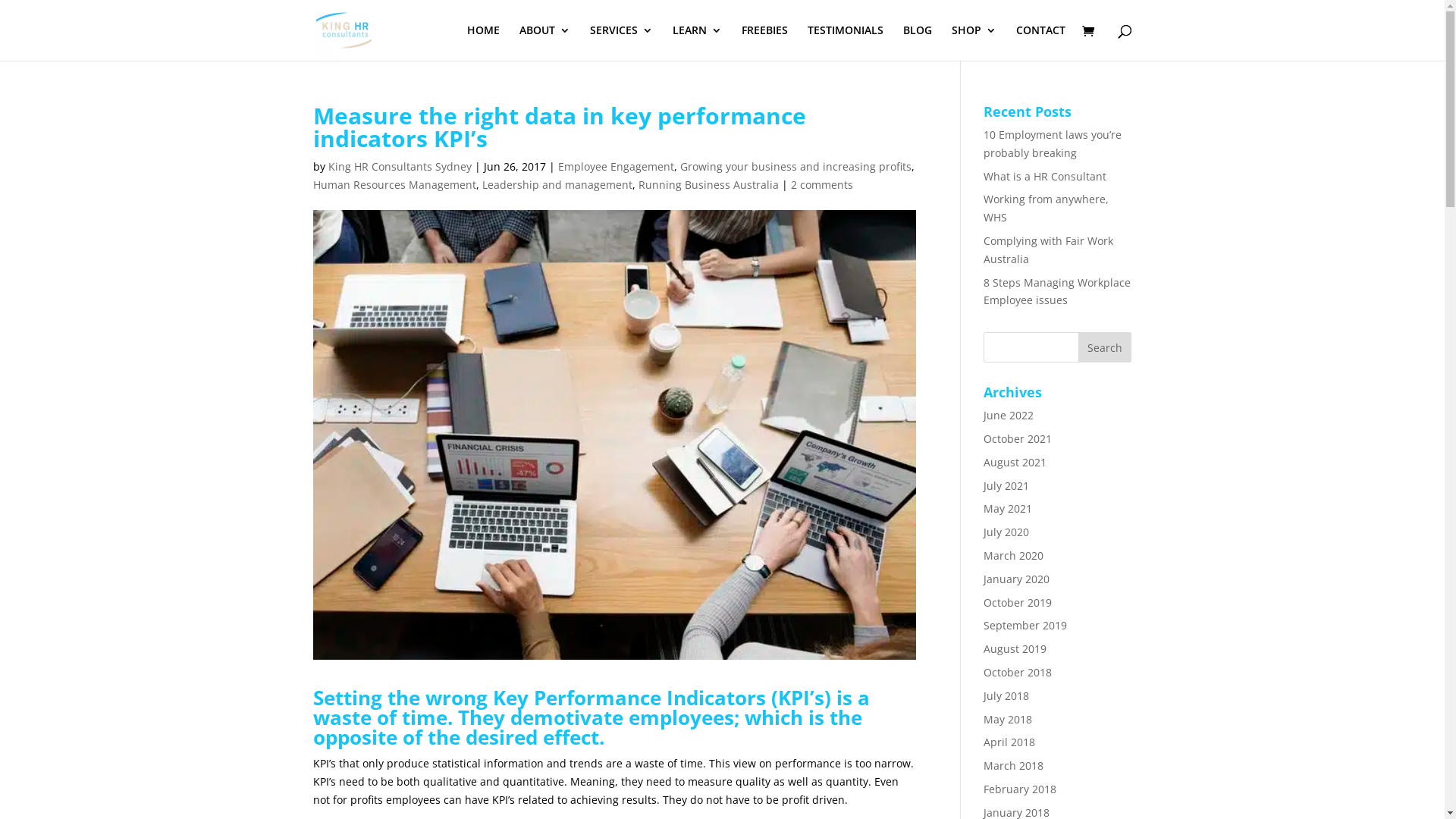 The image size is (1456, 819). I want to click on 'March 2020', so click(1013, 555).